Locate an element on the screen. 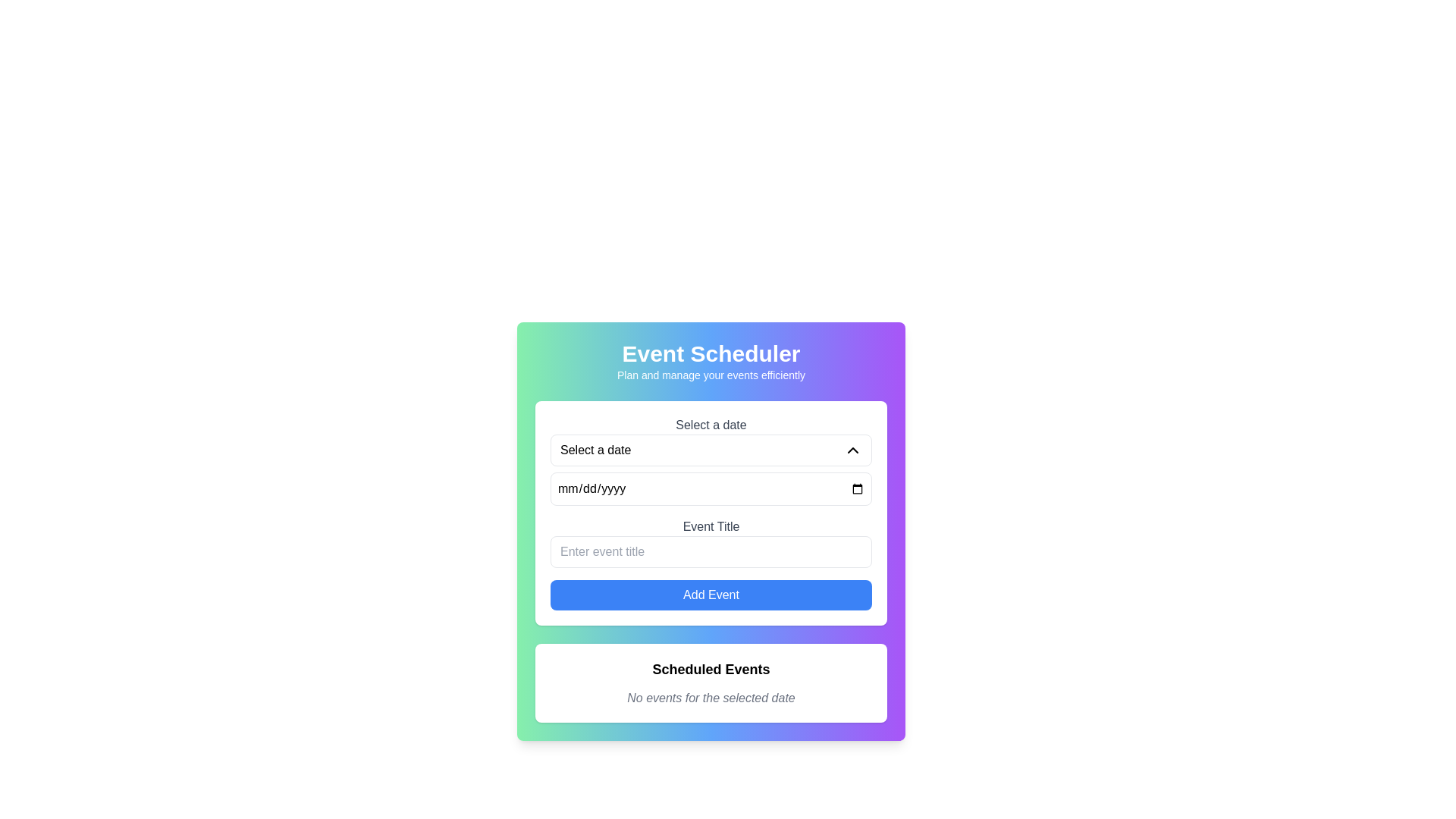 The width and height of the screenshot is (1456, 819). the text label that contains 'Select a date', which is styled in gray and positioned above date selection elements is located at coordinates (710, 425).